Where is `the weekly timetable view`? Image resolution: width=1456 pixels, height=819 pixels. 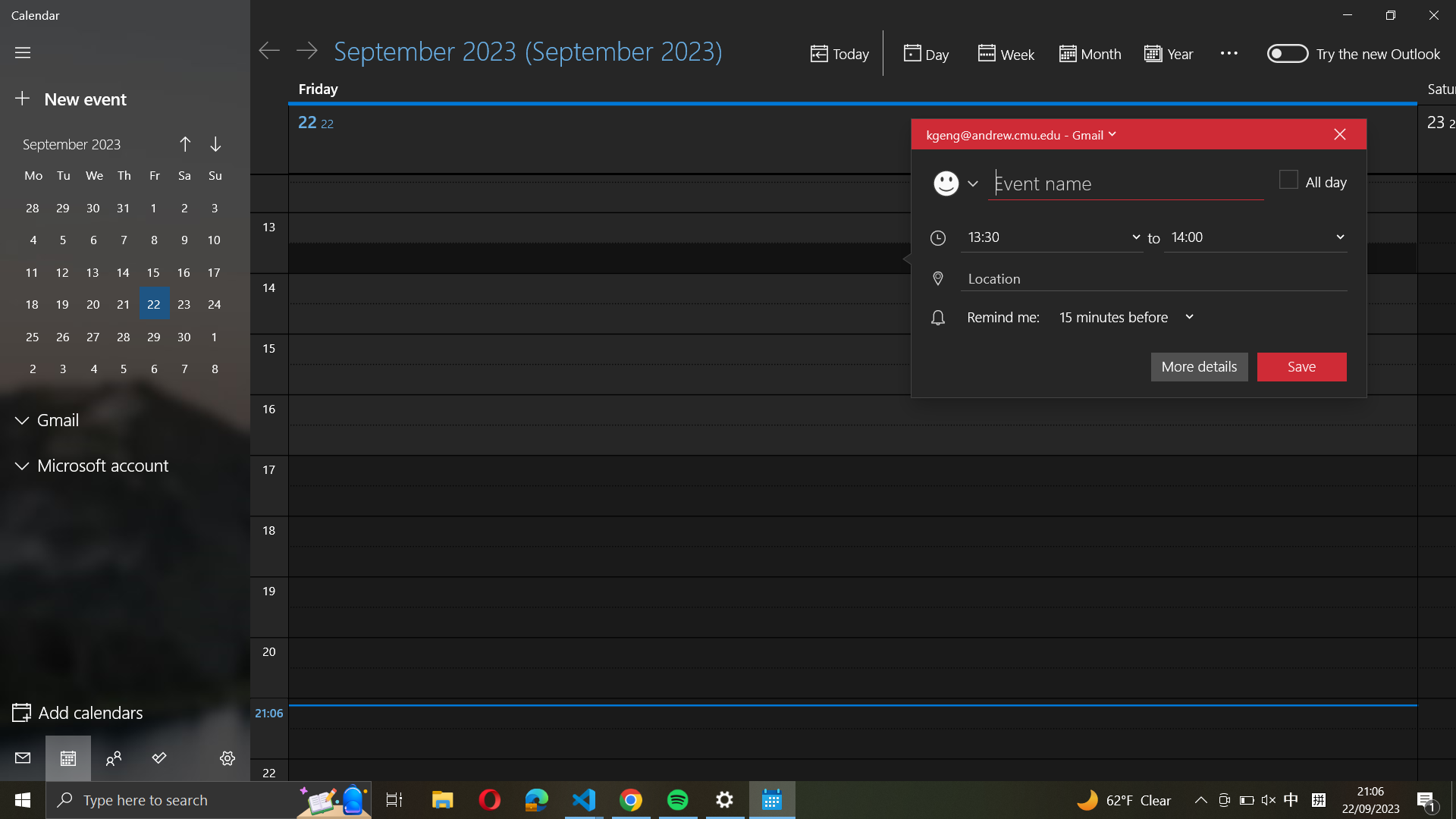
the weekly timetable view is located at coordinates (1004, 53).